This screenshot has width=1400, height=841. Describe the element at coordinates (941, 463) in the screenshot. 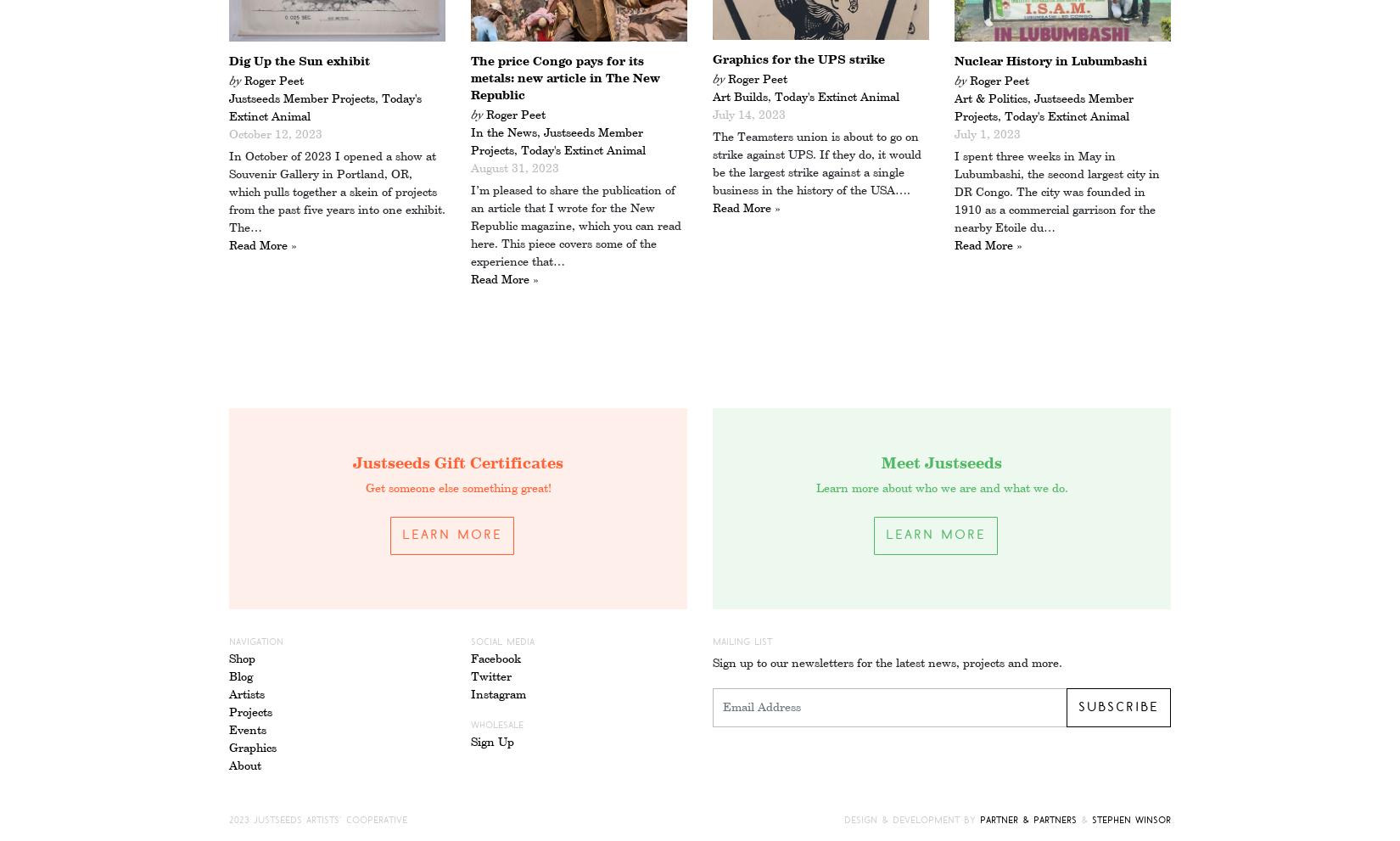

I see `'Meet Justseeds'` at that location.